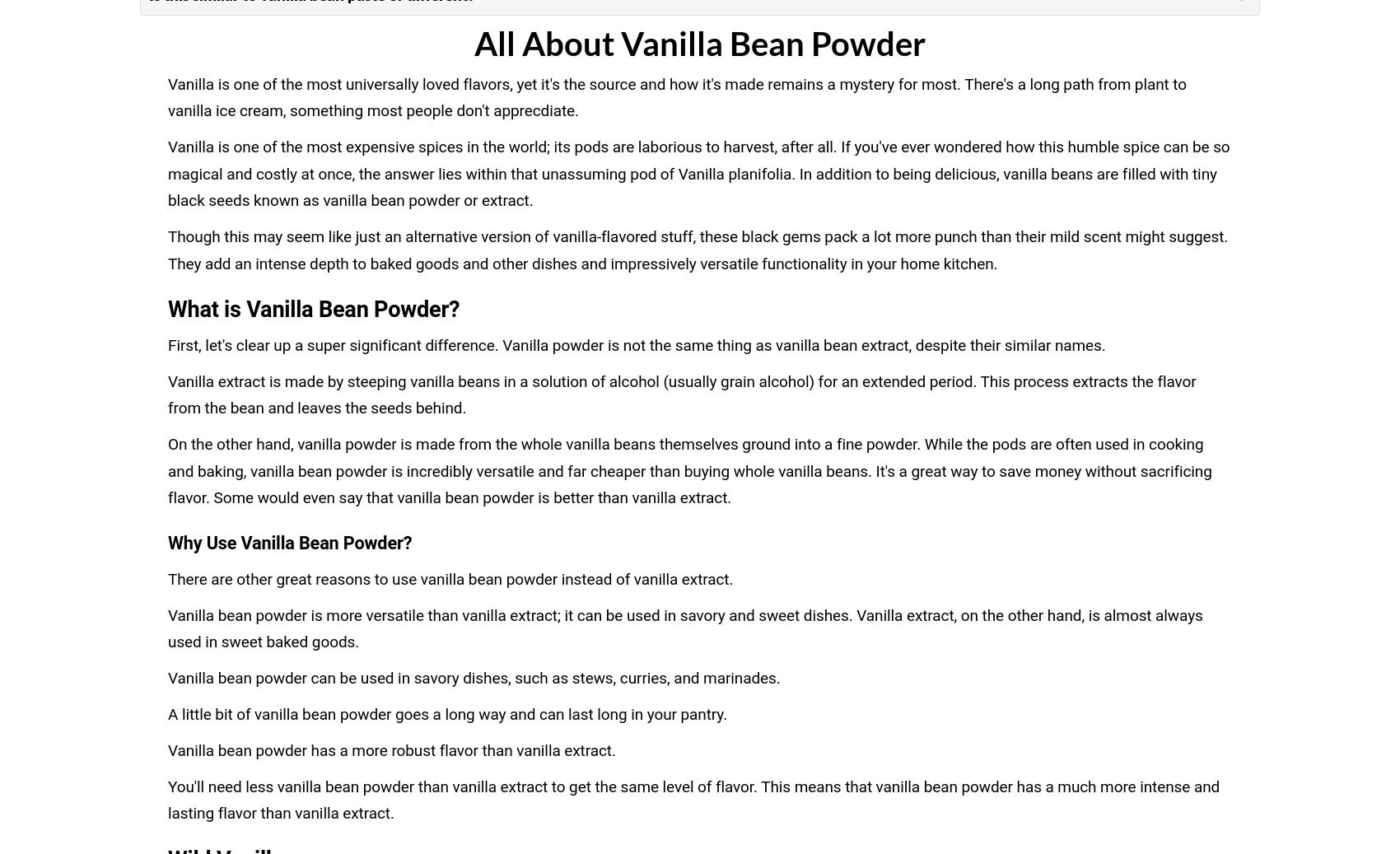  What do you see at coordinates (676, 96) in the screenshot?
I see `'Vanilla is one of the most universally loved flavors, yet it's the source and how it's made remains a mystery for most. There's a long path from plant to vanilla ice cream, something most people don't apprecdiate.'` at bounding box center [676, 96].